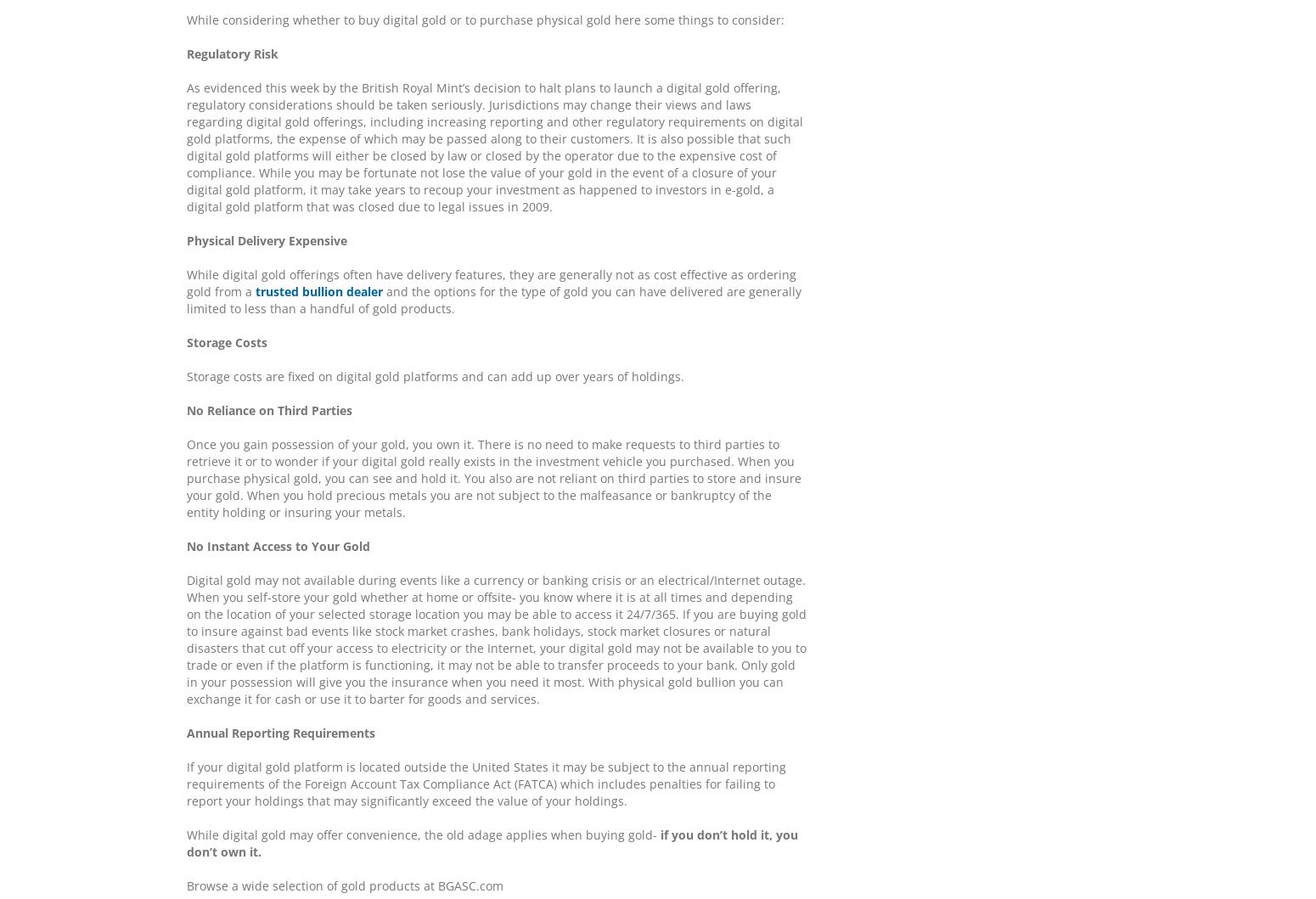 The width and height of the screenshot is (1316, 899). I want to click on 'No Instant Access to Your Gold', so click(277, 546).